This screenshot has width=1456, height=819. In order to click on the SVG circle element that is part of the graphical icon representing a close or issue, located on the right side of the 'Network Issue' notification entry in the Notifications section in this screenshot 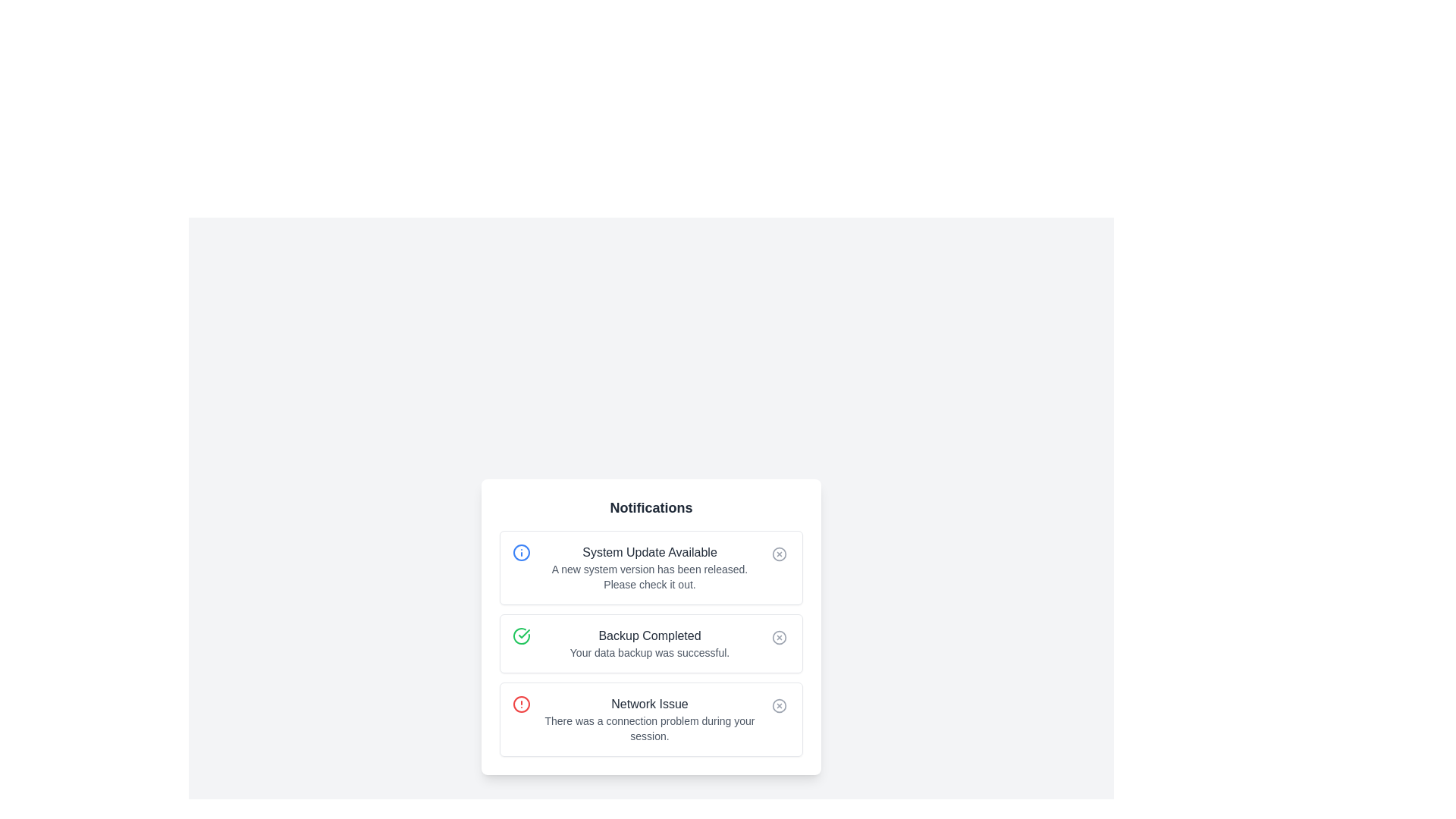, I will do `click(779, 705)`.